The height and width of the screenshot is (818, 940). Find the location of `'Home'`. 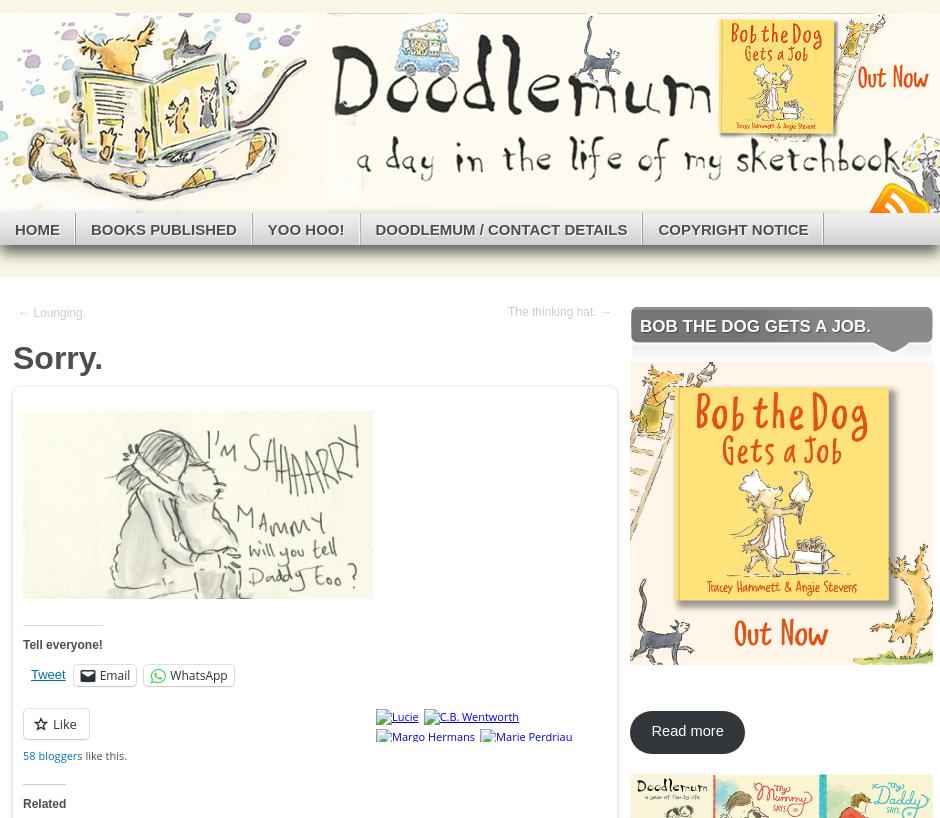

'Home' is located at coordinates (15, 228).